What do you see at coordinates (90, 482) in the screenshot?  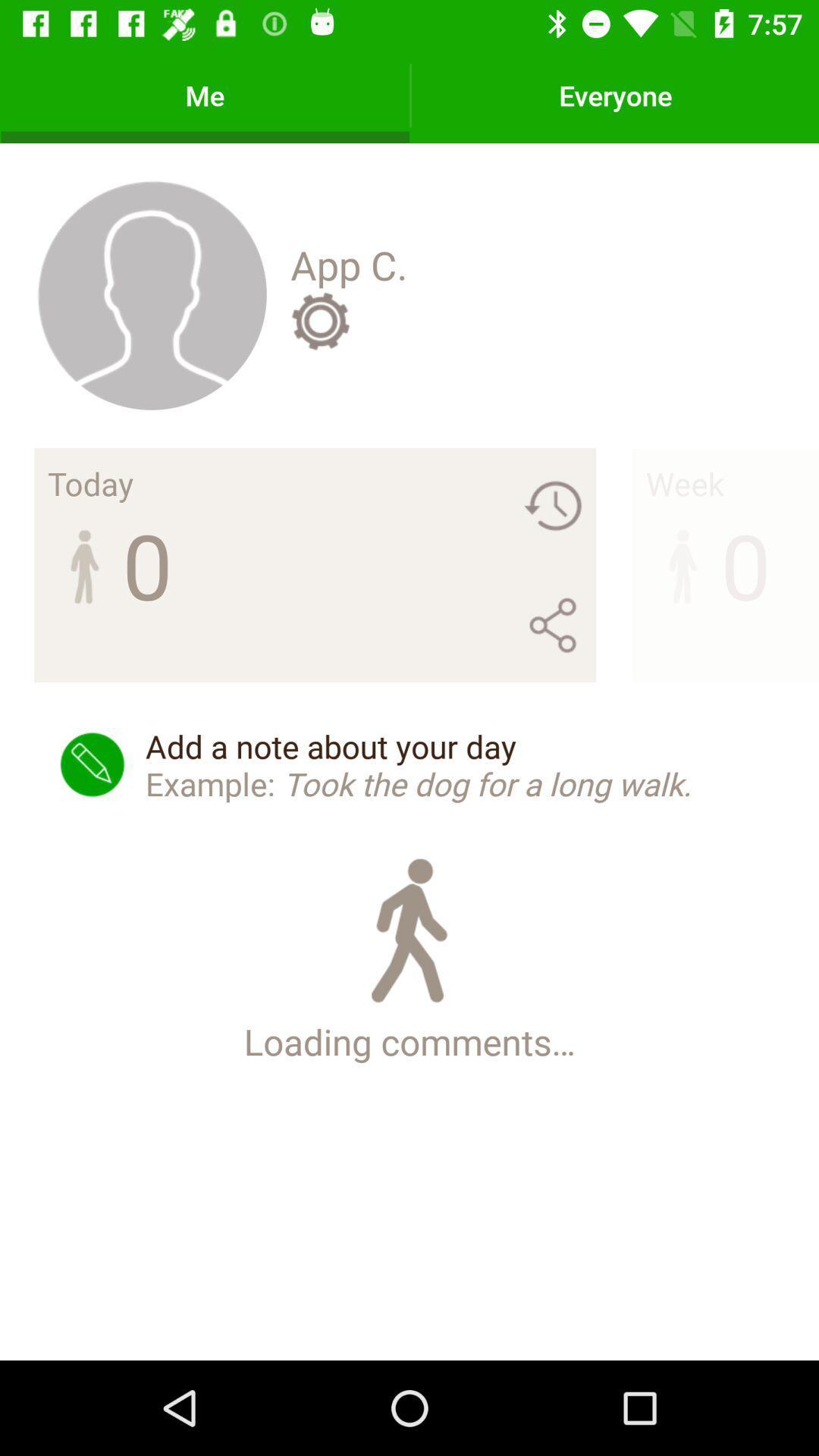 I see `the today icon` at bounding box center [90, 482].